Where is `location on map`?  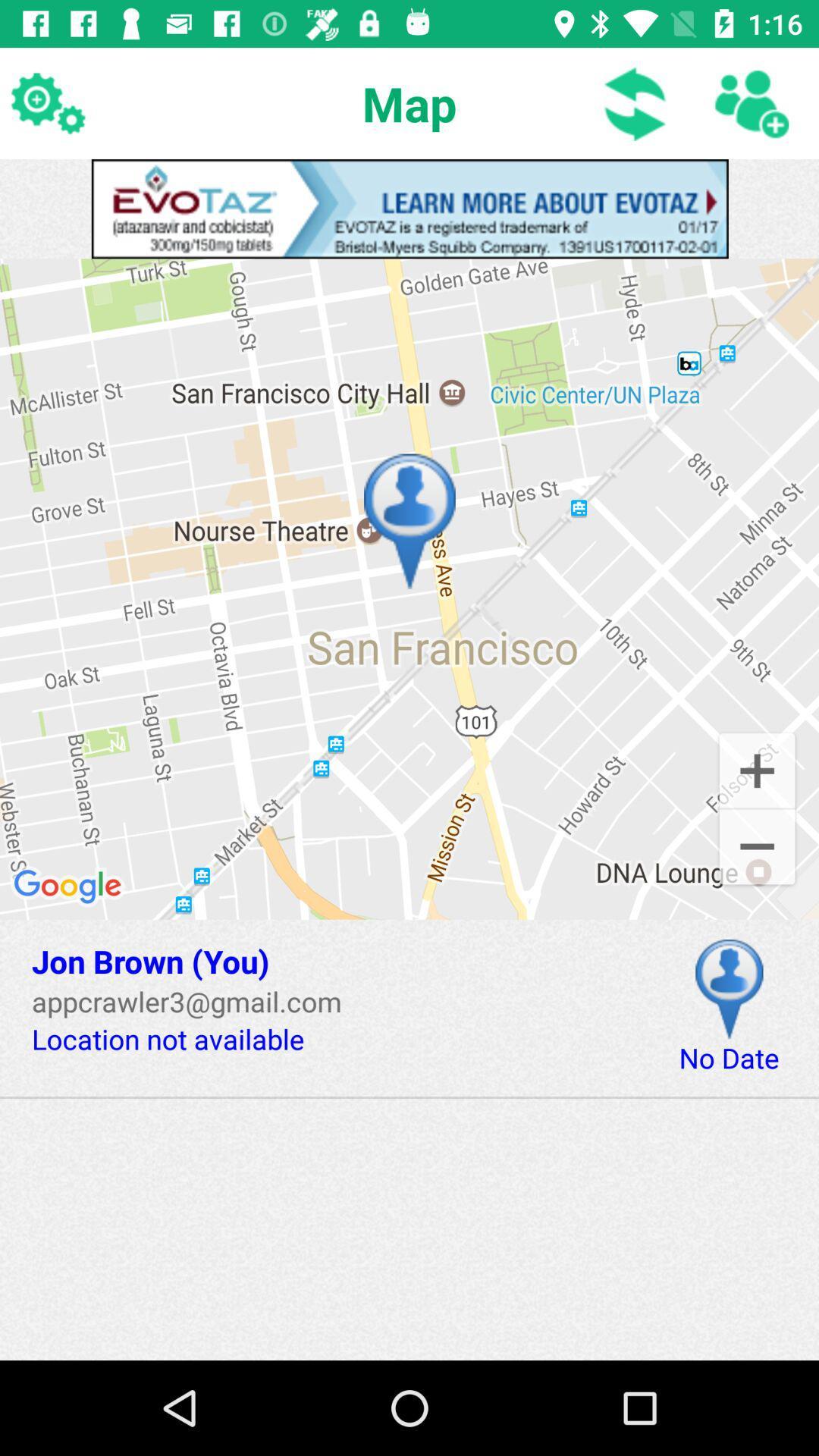 location on map is located at coordinates (728, 989).